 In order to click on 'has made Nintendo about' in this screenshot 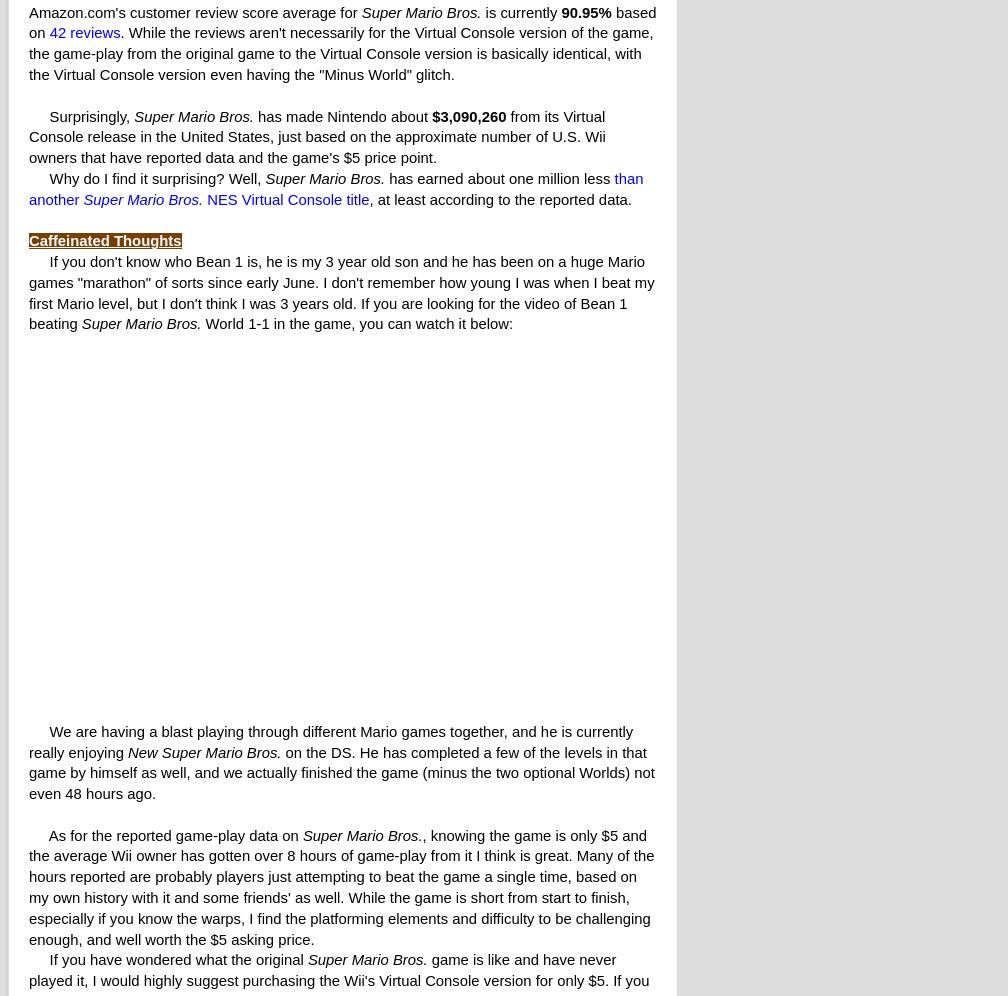, I will do `click(342, 116)`.